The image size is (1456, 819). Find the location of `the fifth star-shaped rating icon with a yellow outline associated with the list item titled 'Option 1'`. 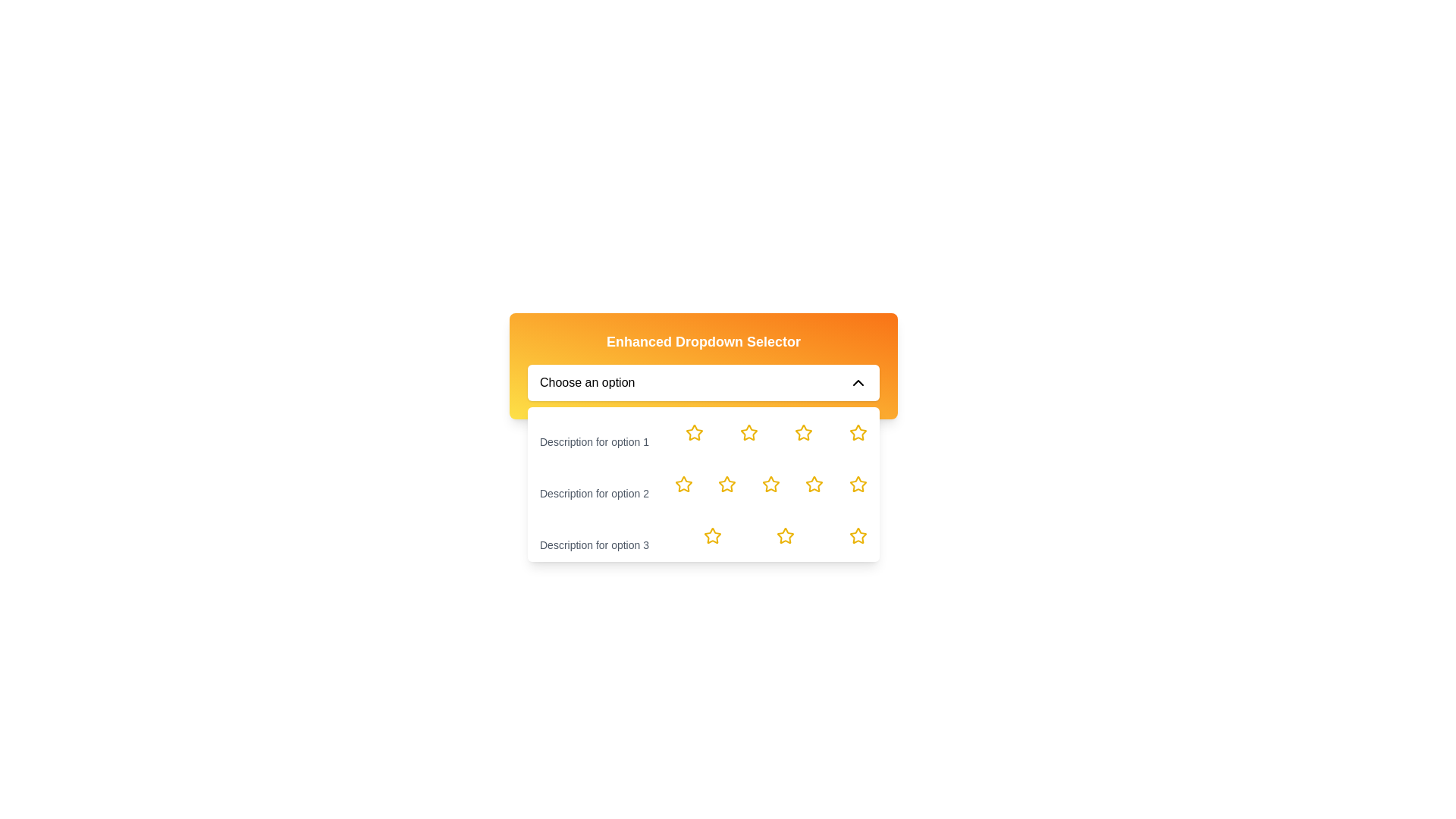

the fifth star-shaped rating icon with a yellow outline associated with the list item titled 'Option 1' is located at coordinates (803, 432).